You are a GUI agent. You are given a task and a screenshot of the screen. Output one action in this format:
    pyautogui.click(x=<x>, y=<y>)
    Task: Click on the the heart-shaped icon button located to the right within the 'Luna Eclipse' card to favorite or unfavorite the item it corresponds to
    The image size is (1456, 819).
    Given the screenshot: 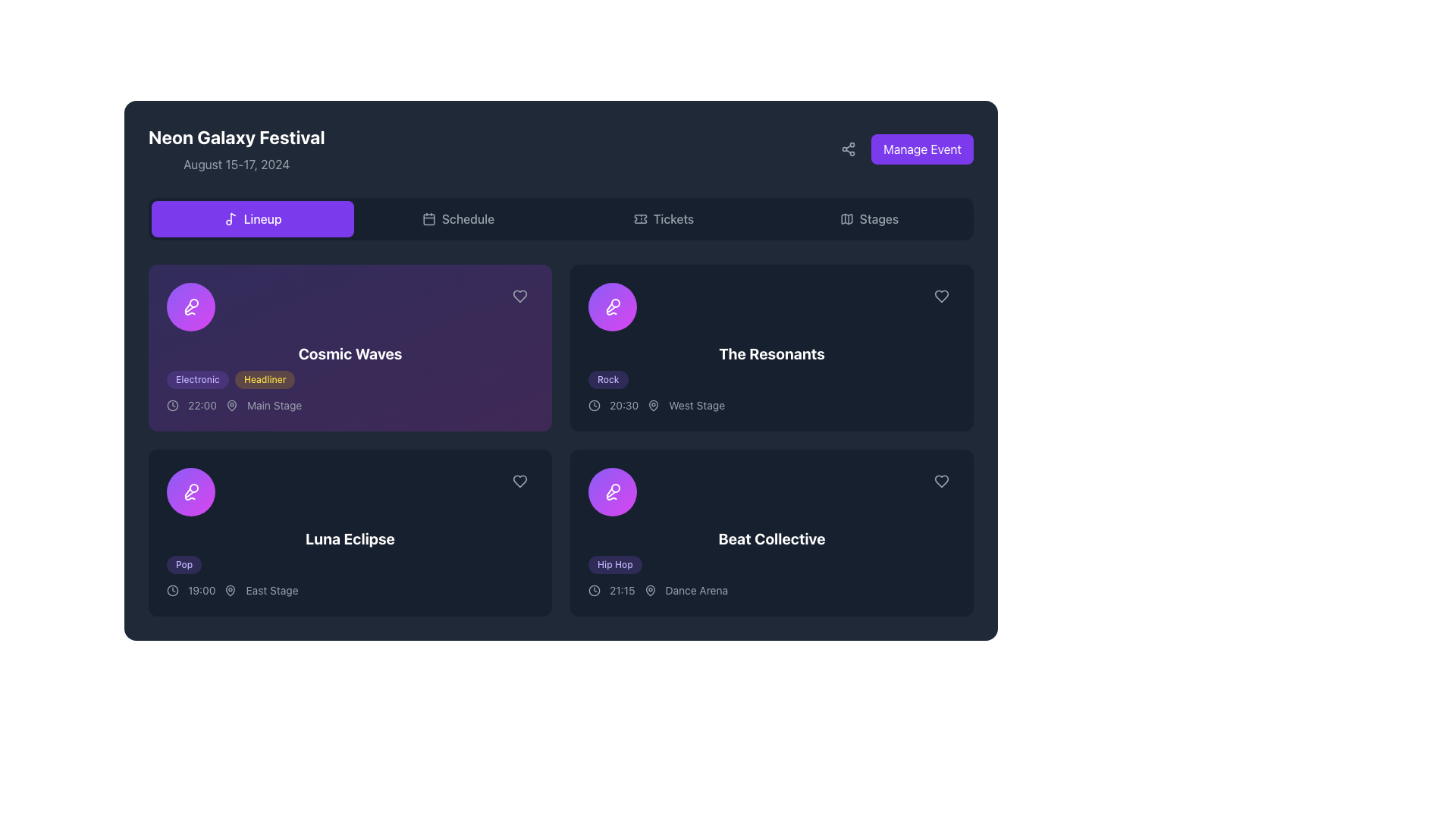 What is the action you would take?
    pyautogui.click(x=520, y=482)
    